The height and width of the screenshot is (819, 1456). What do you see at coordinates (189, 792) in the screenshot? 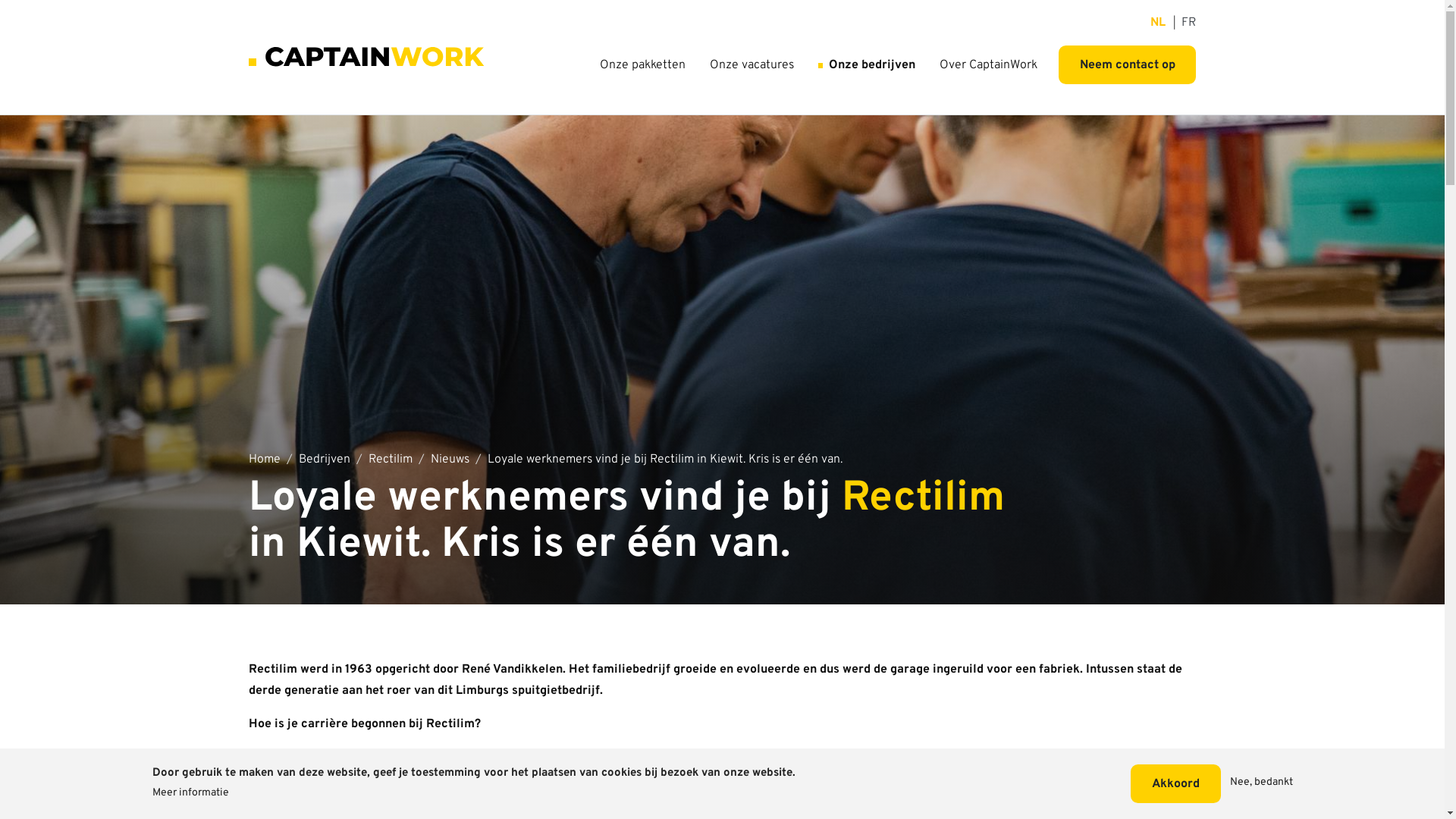
I see `'Meer informatie'` at bounding box center [189, 792].